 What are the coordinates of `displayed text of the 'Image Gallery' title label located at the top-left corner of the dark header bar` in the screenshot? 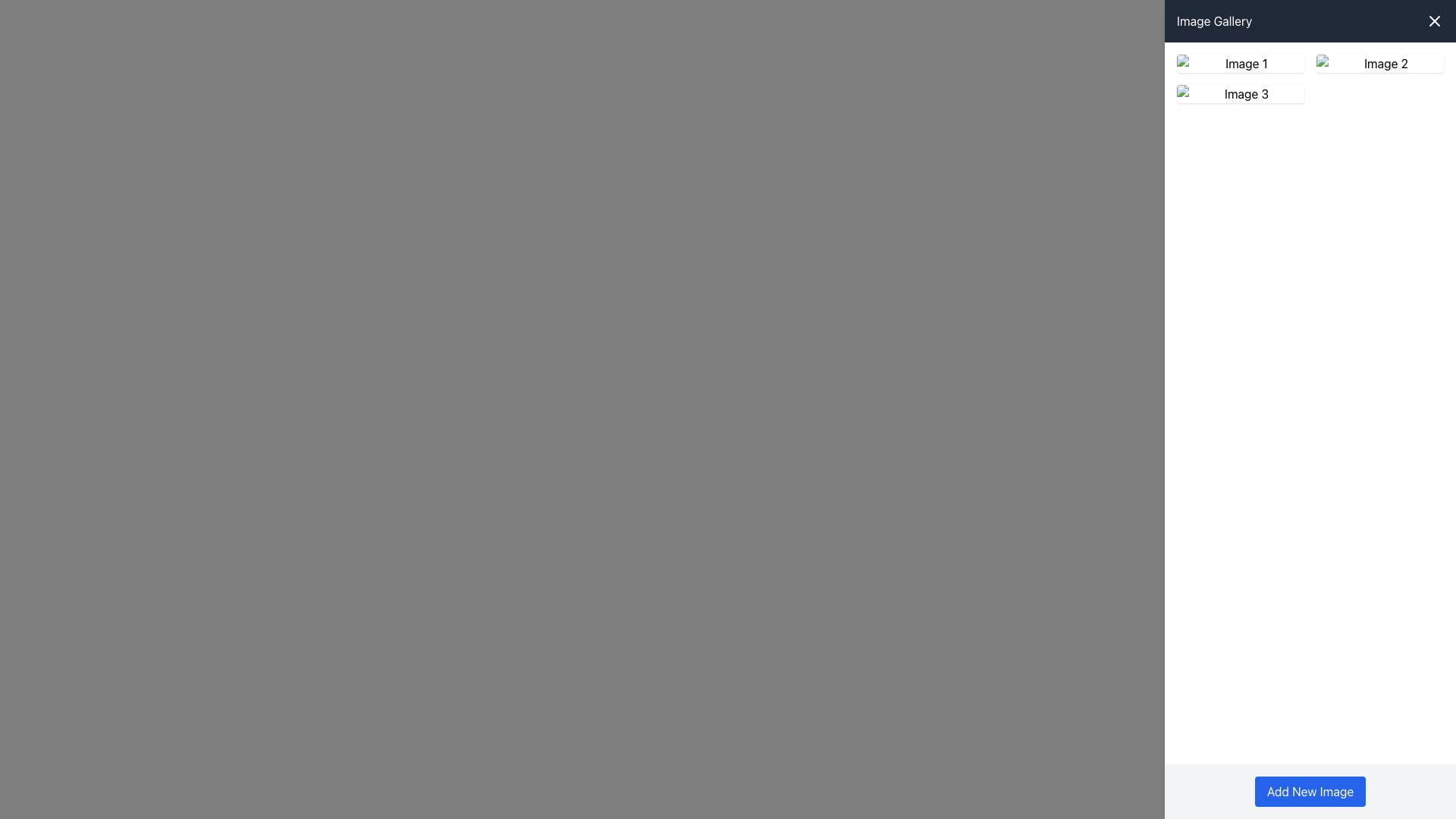 It's located at (1214, 20).